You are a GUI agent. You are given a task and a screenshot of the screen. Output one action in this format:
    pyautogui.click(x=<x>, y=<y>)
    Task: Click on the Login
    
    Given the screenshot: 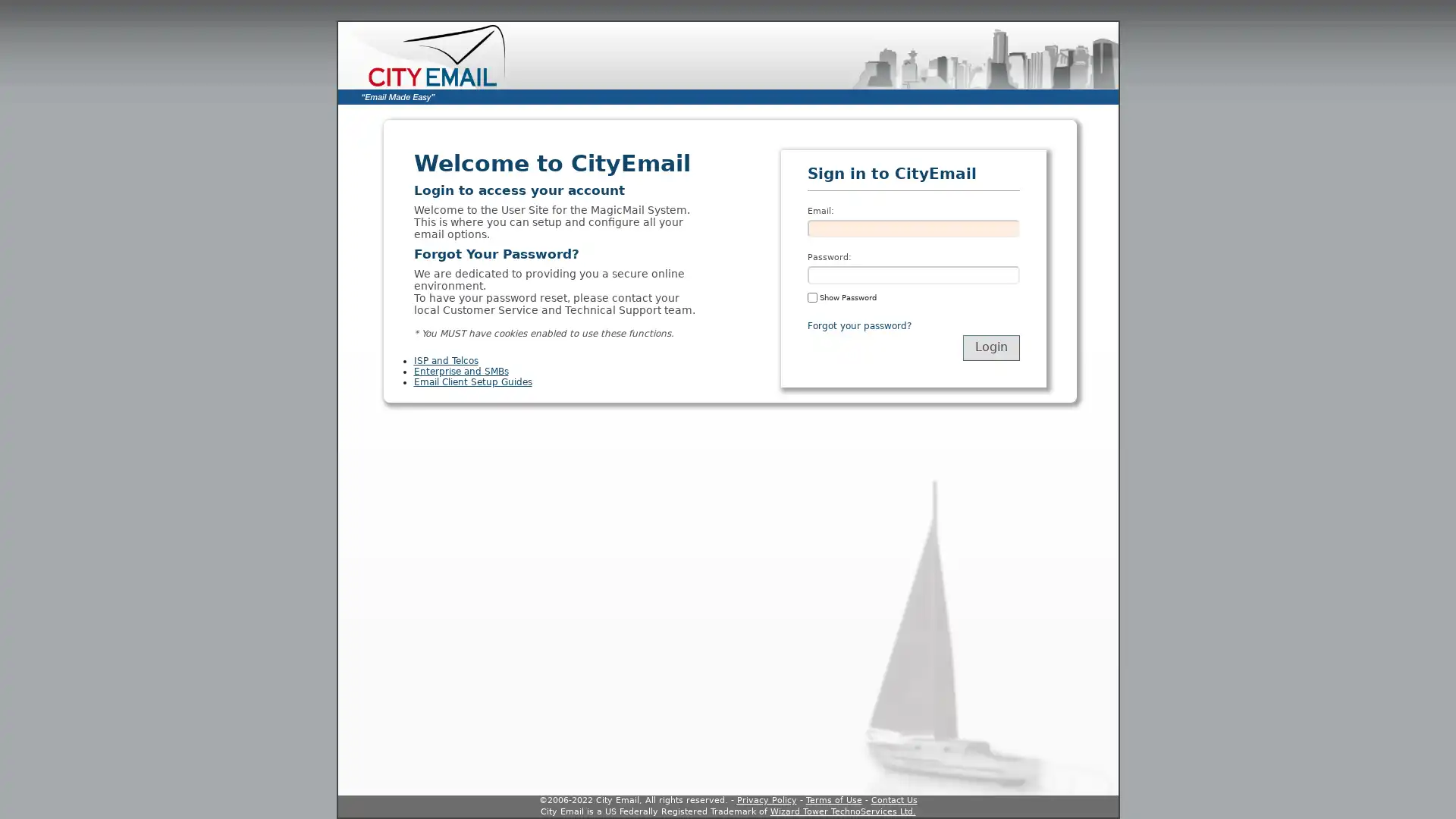 What is the action you would take?
    pyautogui.click(x=990, y=347)
    